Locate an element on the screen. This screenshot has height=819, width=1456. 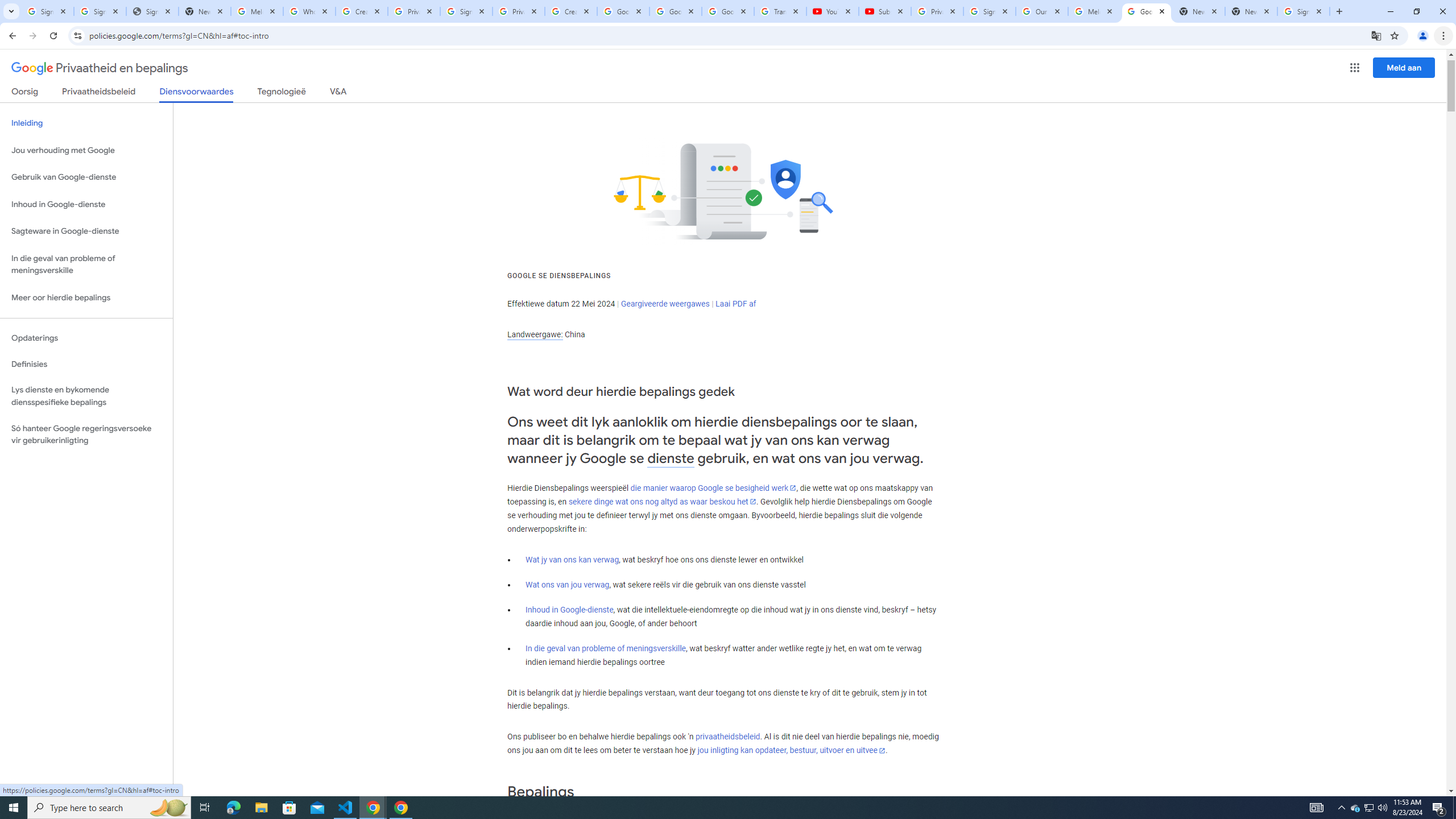
'Landweergawe:' is located at coordinates (534, 334).